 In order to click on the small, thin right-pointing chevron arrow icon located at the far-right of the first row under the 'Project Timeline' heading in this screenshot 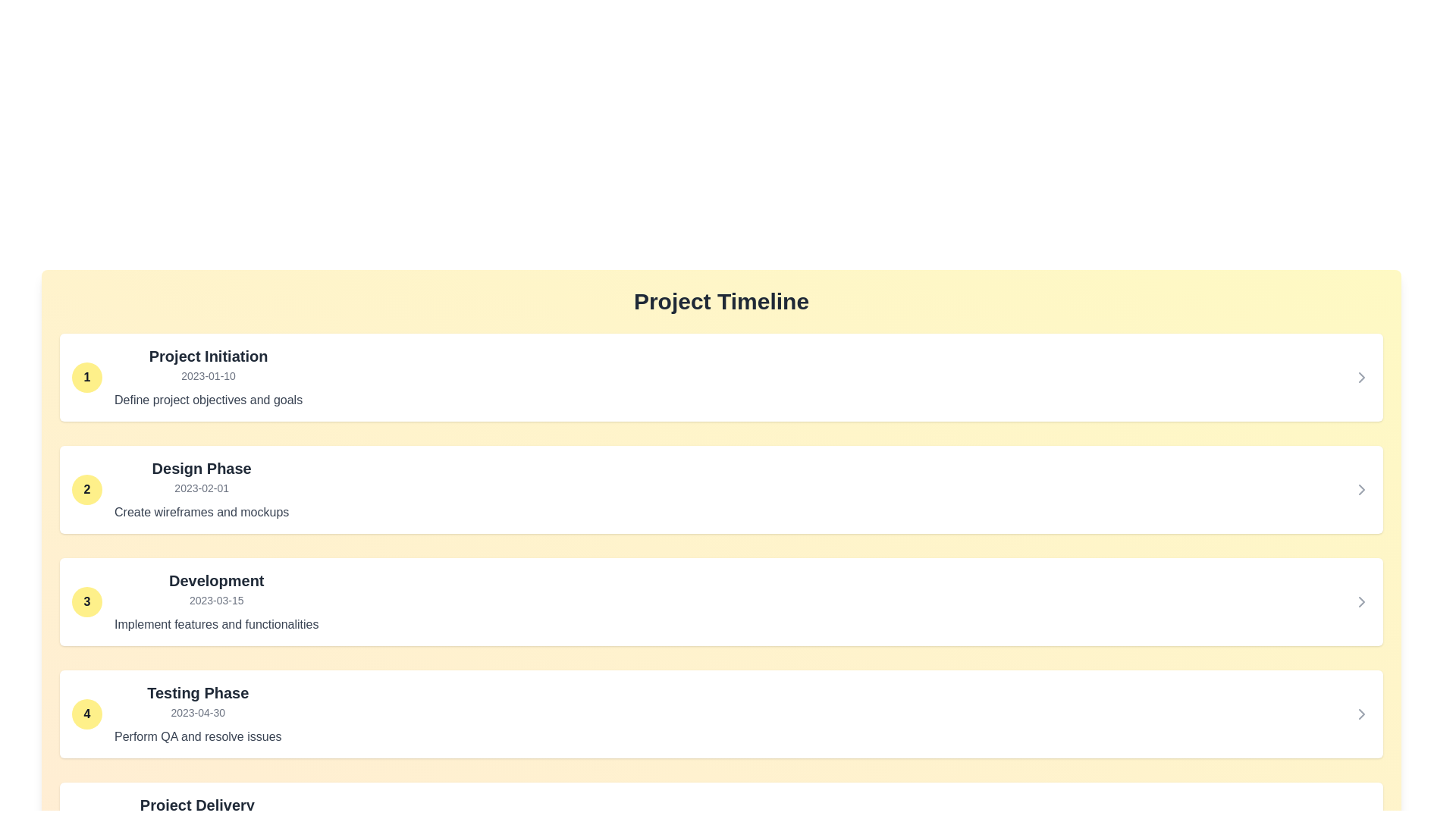, I will do `click(1361, 376)`.